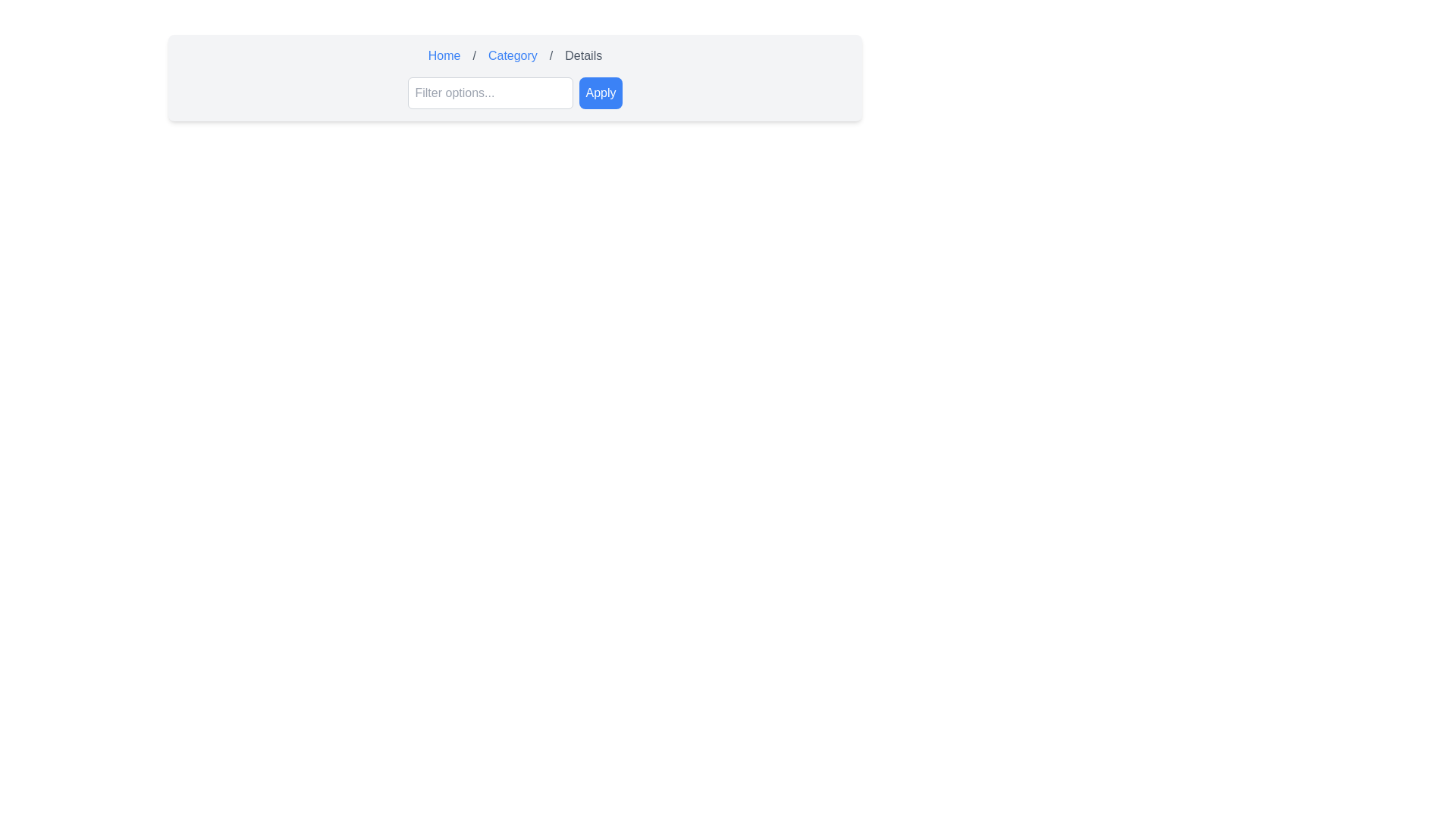 This screenshot has width=1456, height=819. What do you see at coordinates (582, 55) in the screenshot?
I see `the static text label indicating the current location in the breadcrumb navigation trail, which is positioned in the upper-right section of the navigation bar` at bounding box center [582, 55].